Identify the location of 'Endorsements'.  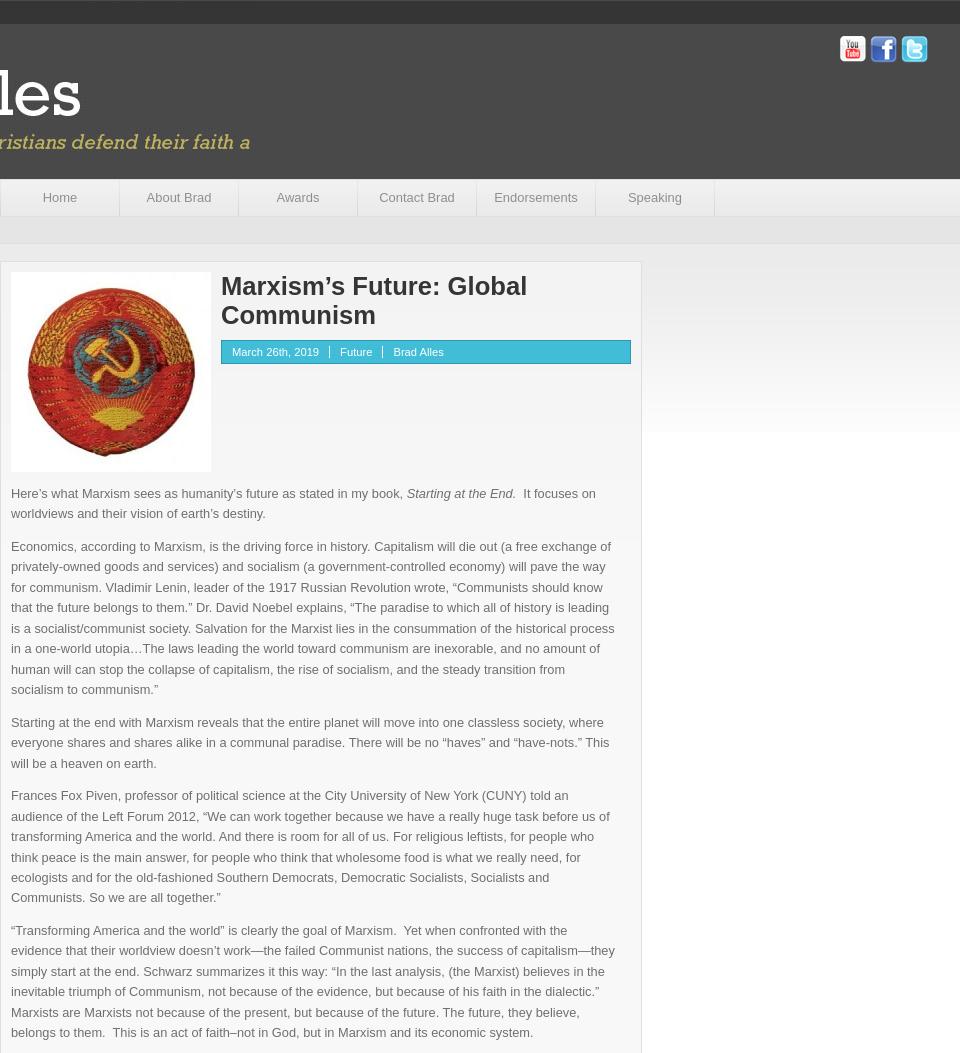
(534, 197).